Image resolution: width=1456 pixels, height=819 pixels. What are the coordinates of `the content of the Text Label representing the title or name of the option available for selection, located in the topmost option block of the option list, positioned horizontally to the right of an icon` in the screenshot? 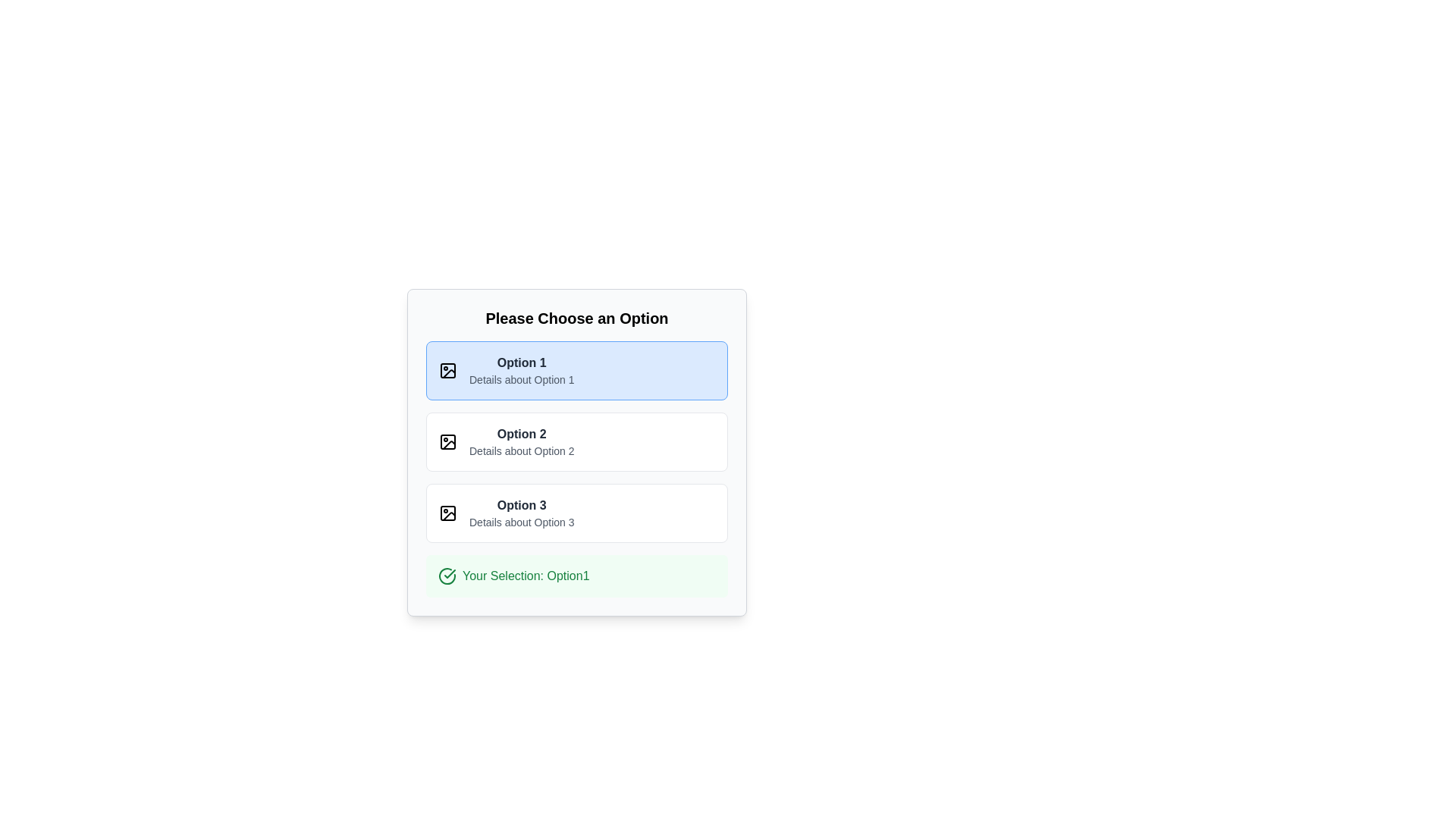 It's located at (522, 362).